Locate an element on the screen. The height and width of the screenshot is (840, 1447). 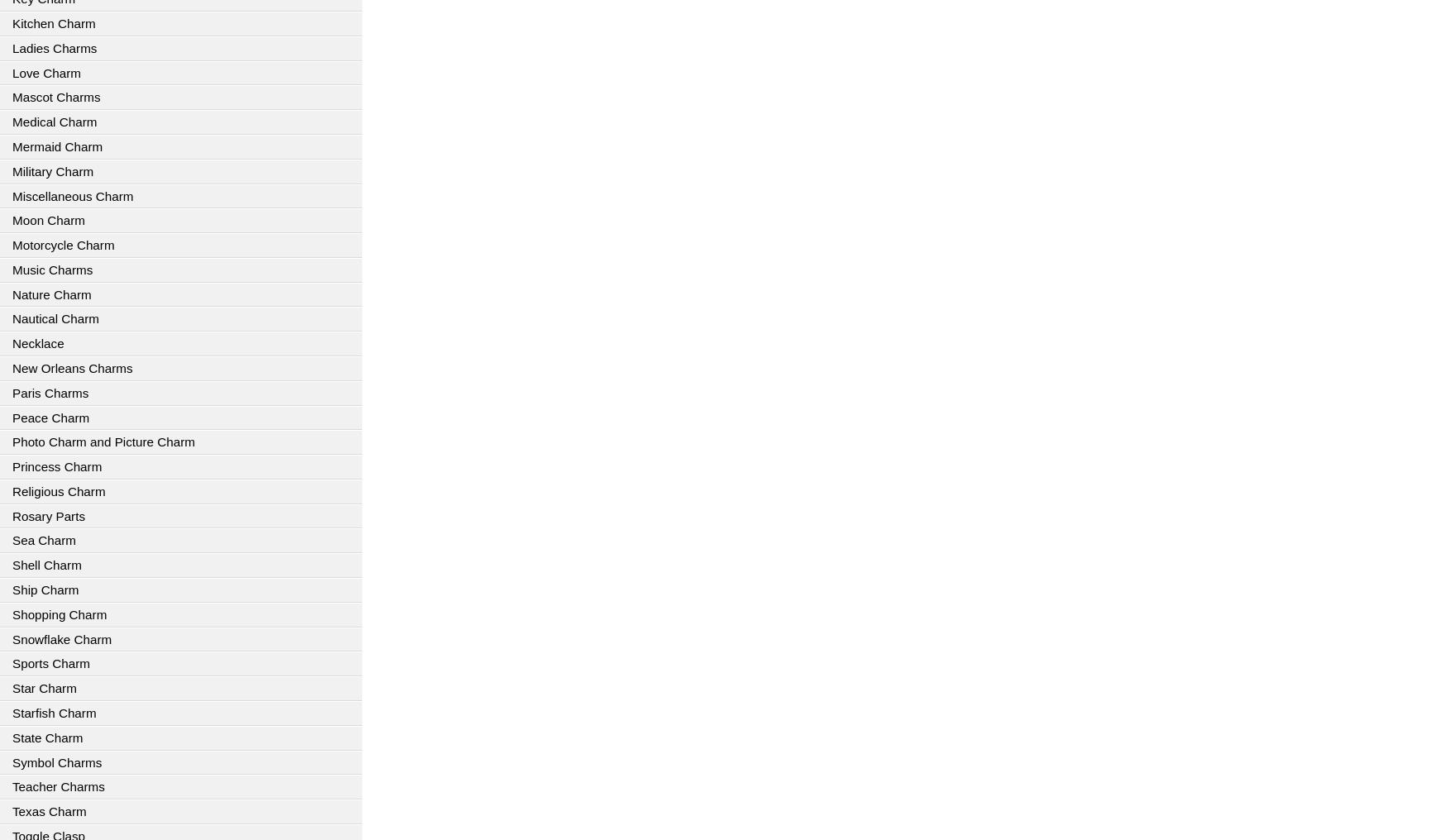
'Paris Charms' is located at coordinates (50, 392).